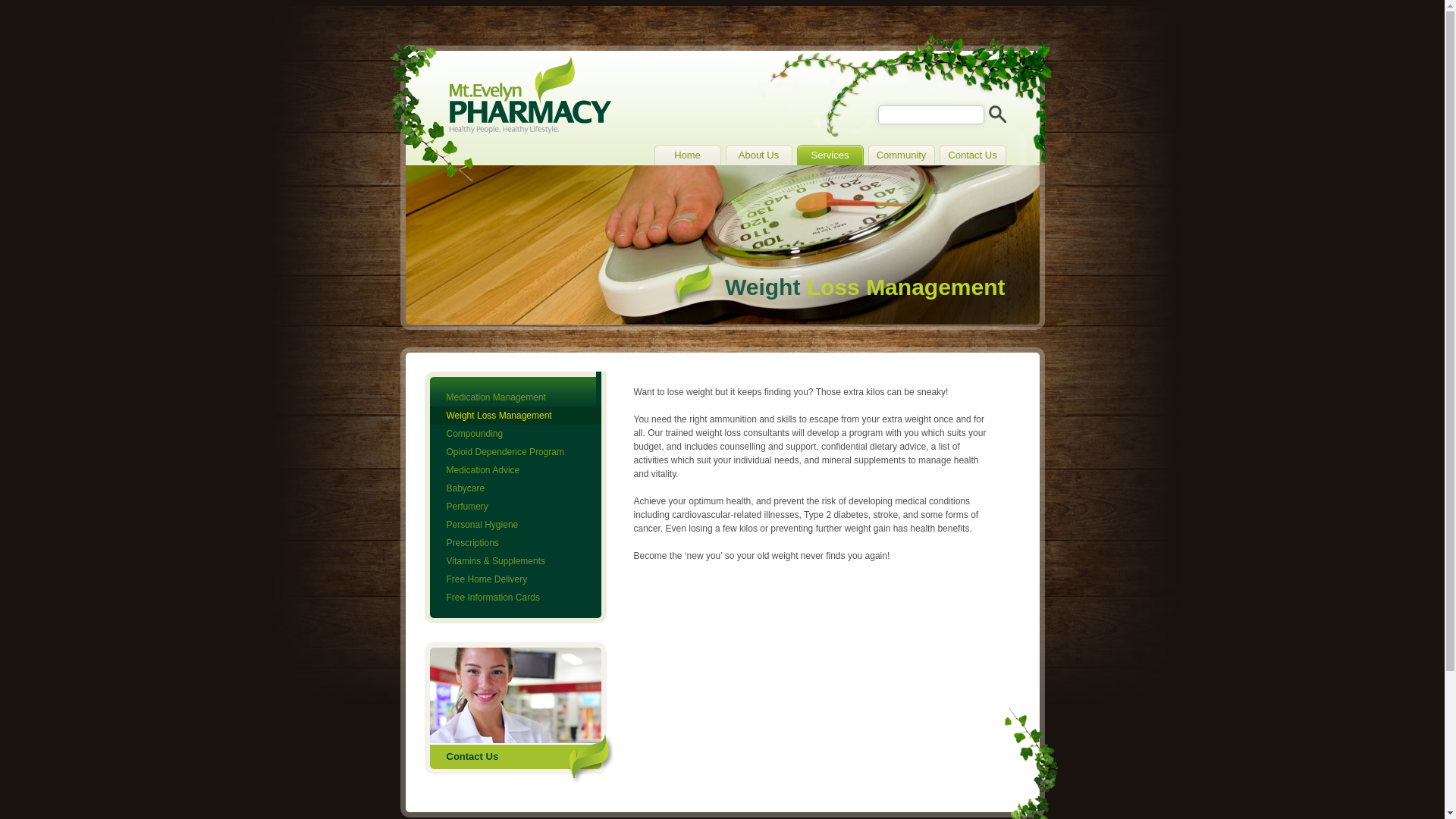 This screenshot has width=1456, height=819. Describe the element at coordinates (901, 155) in the screenshot. I see `'Community'` at that location.